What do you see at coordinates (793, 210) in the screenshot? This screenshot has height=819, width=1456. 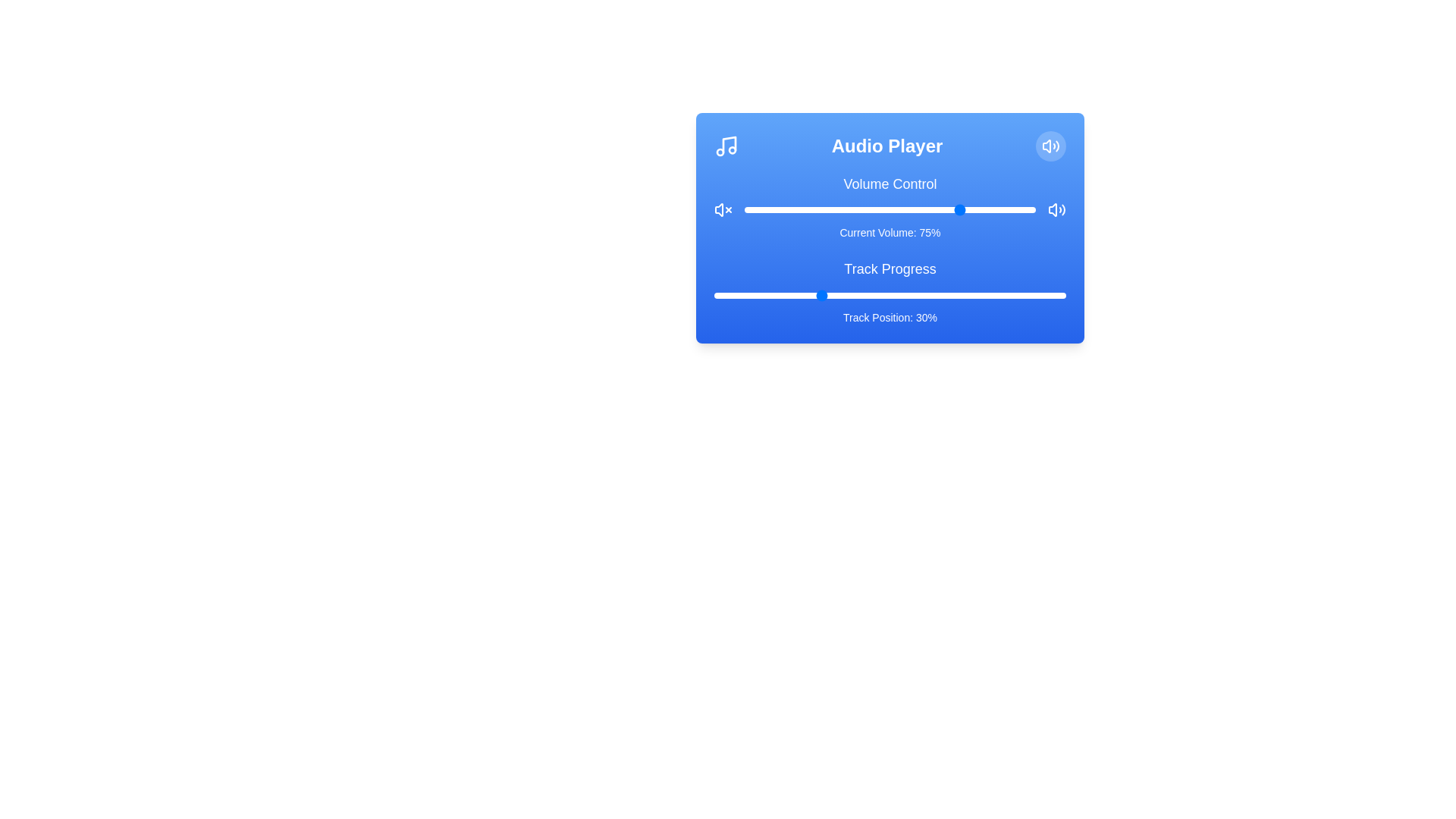 I see `volume` at bounding box center [793, 210].